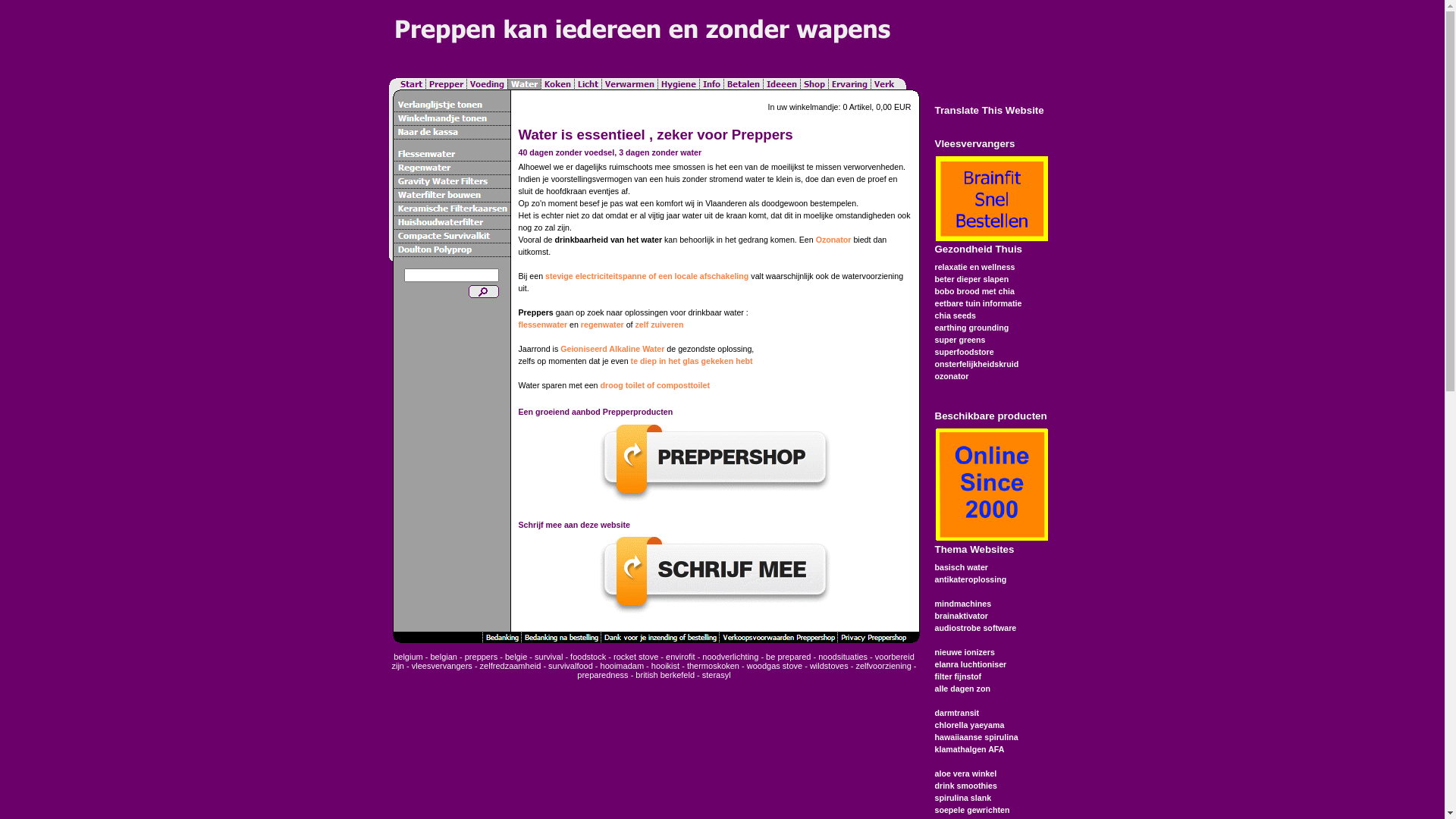 The image size is (1456, 819). I want to click on 'stevige electriciteitspanne of een locale afschakeling', so click(647, 275).